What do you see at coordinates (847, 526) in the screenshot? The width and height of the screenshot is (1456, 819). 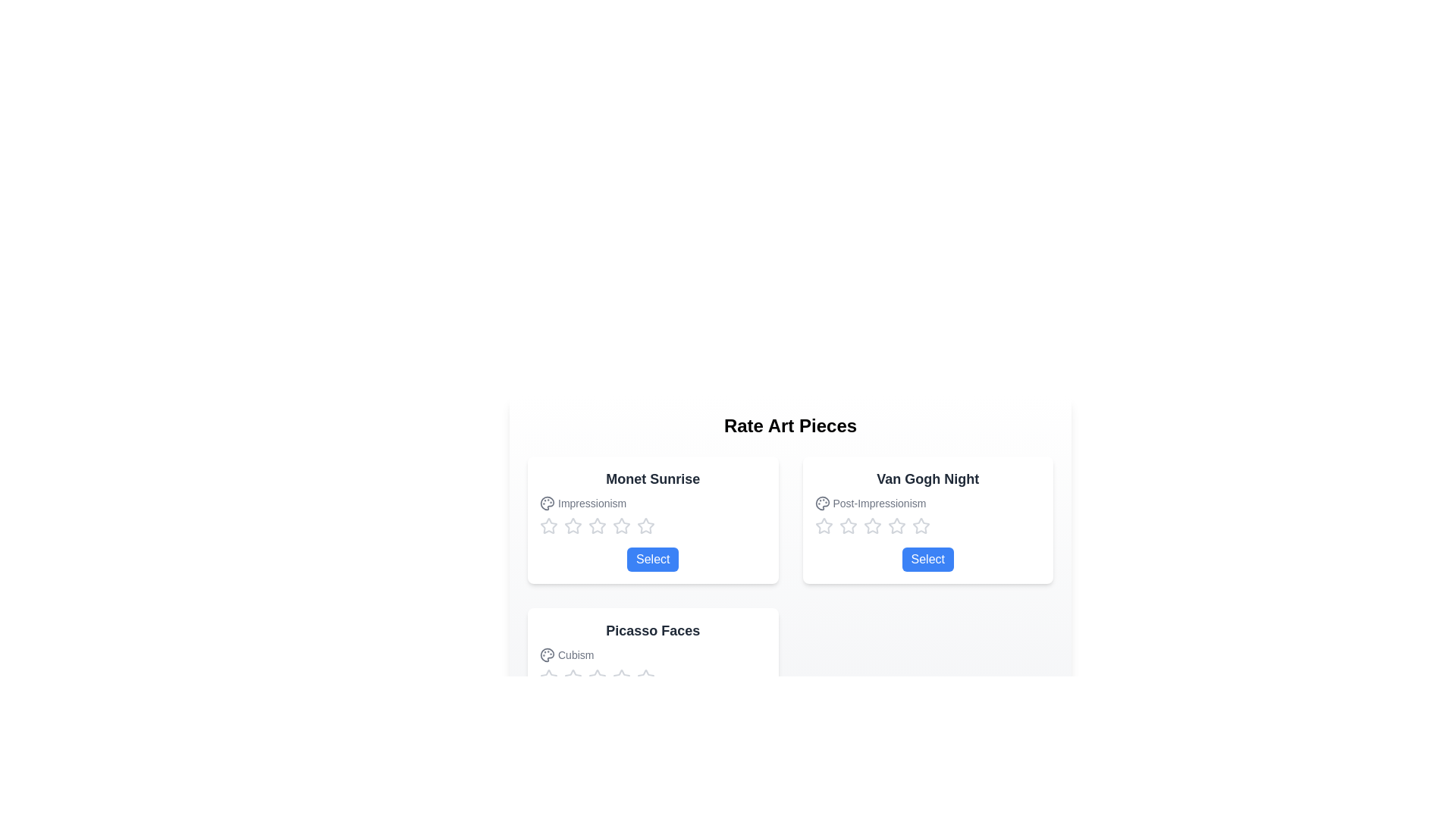 I see `the second star icon representing a rating option under the 'Post-Impressionism' section to rate it` at bounding box center [847, 526].